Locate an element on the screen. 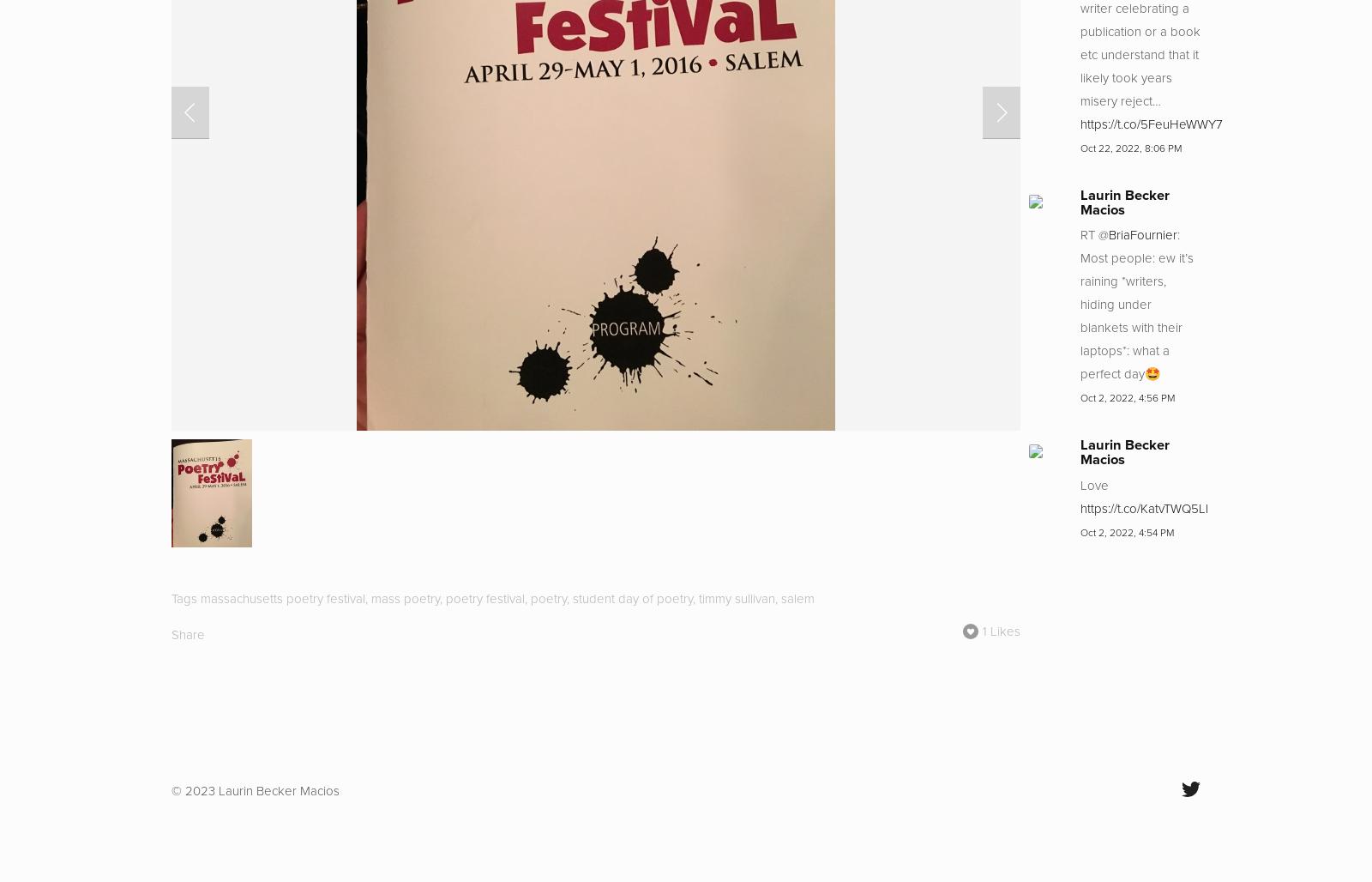 The width and height of the screenshot is (1372, 882). 'Oct 2, 2022, 4:56 PM' is located at coordinates (1127, 397).